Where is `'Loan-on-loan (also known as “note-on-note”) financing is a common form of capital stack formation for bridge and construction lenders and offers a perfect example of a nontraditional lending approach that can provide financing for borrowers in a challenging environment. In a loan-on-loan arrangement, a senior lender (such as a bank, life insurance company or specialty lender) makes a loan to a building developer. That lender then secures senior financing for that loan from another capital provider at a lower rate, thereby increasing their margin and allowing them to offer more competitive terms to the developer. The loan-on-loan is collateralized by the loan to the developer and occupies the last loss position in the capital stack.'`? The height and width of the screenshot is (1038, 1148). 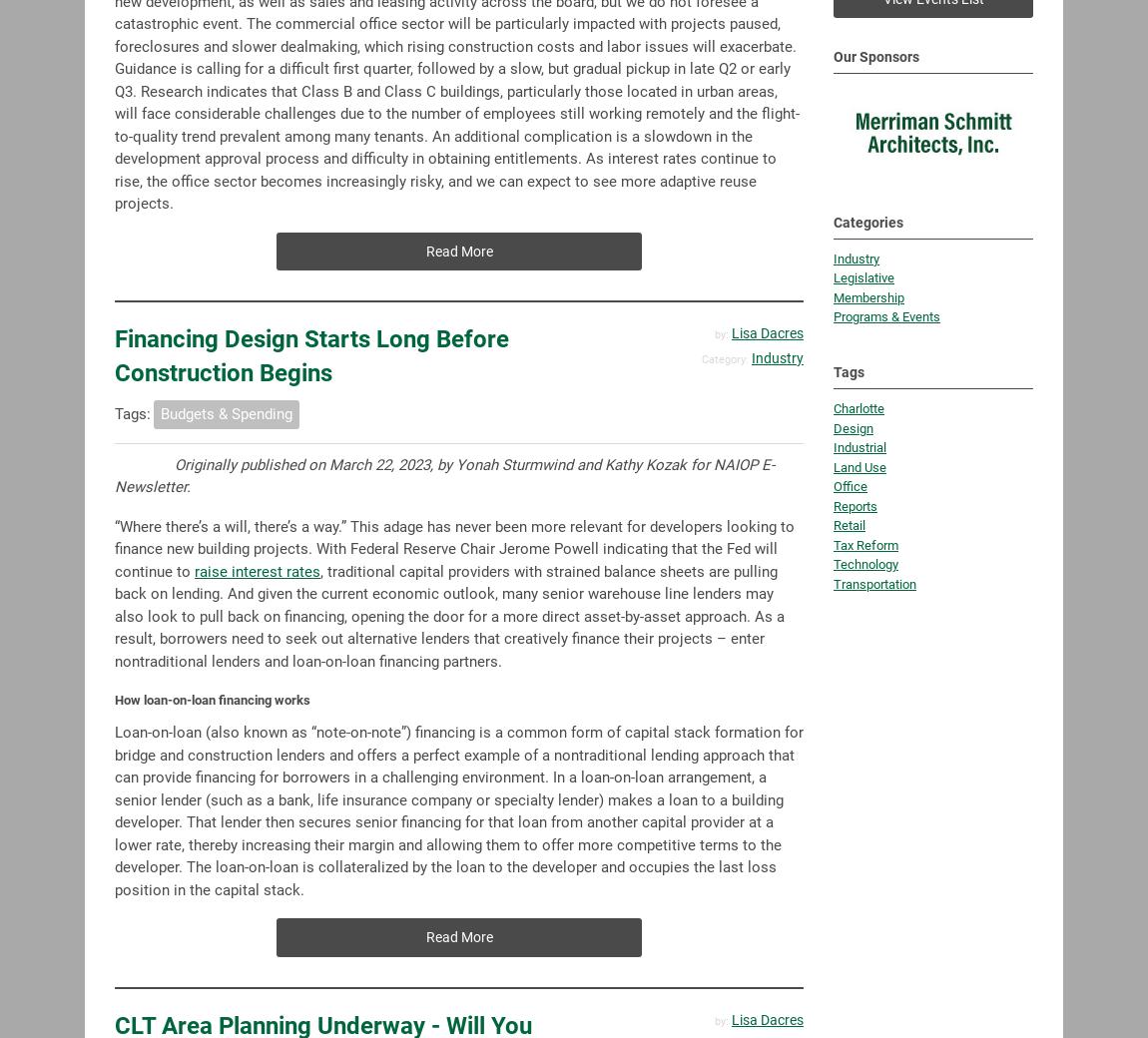 'Loan-on-loan (also known as “note-on-note”) financing is a common form of capital stack formation for bridge and construction lenders and offers a perfect example of a nontraditional lending approach that can provide financing for borrowers in a challenging environment. In a loan-on-loan arrangement, a senior lender (such as a bank, life insurance company or specialty lender) makes a loan to a building developer. That lender then secures senior financing for that loan from another capital provider at a lower rate, thereby increasing their margin and allowing them to offer more competitive terms to the developer. The loan-on-loan is collateralized by the loan to the developer and occupies the last loss position in the capital stack.' is located at coordinates (459, 809).